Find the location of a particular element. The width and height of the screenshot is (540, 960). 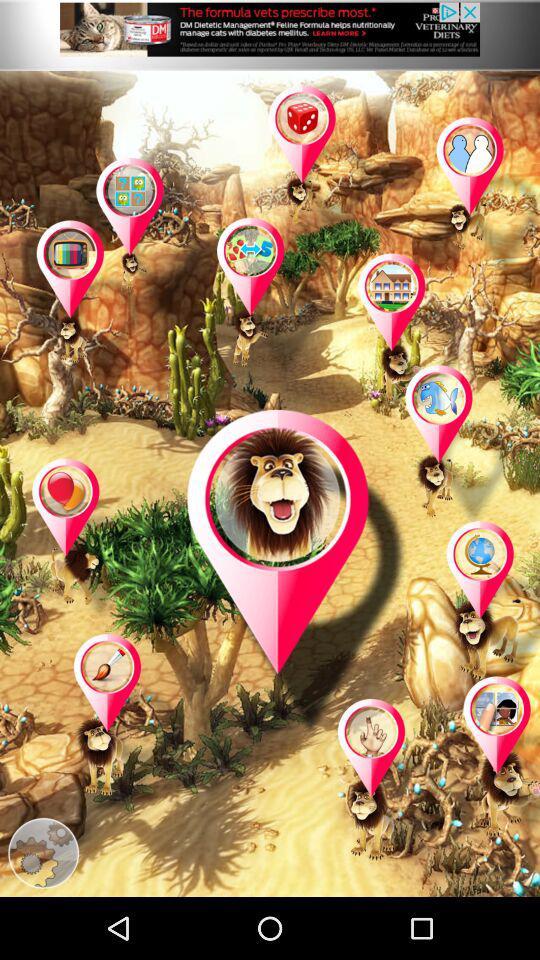

open selected game is located at coordinates (270, 298).